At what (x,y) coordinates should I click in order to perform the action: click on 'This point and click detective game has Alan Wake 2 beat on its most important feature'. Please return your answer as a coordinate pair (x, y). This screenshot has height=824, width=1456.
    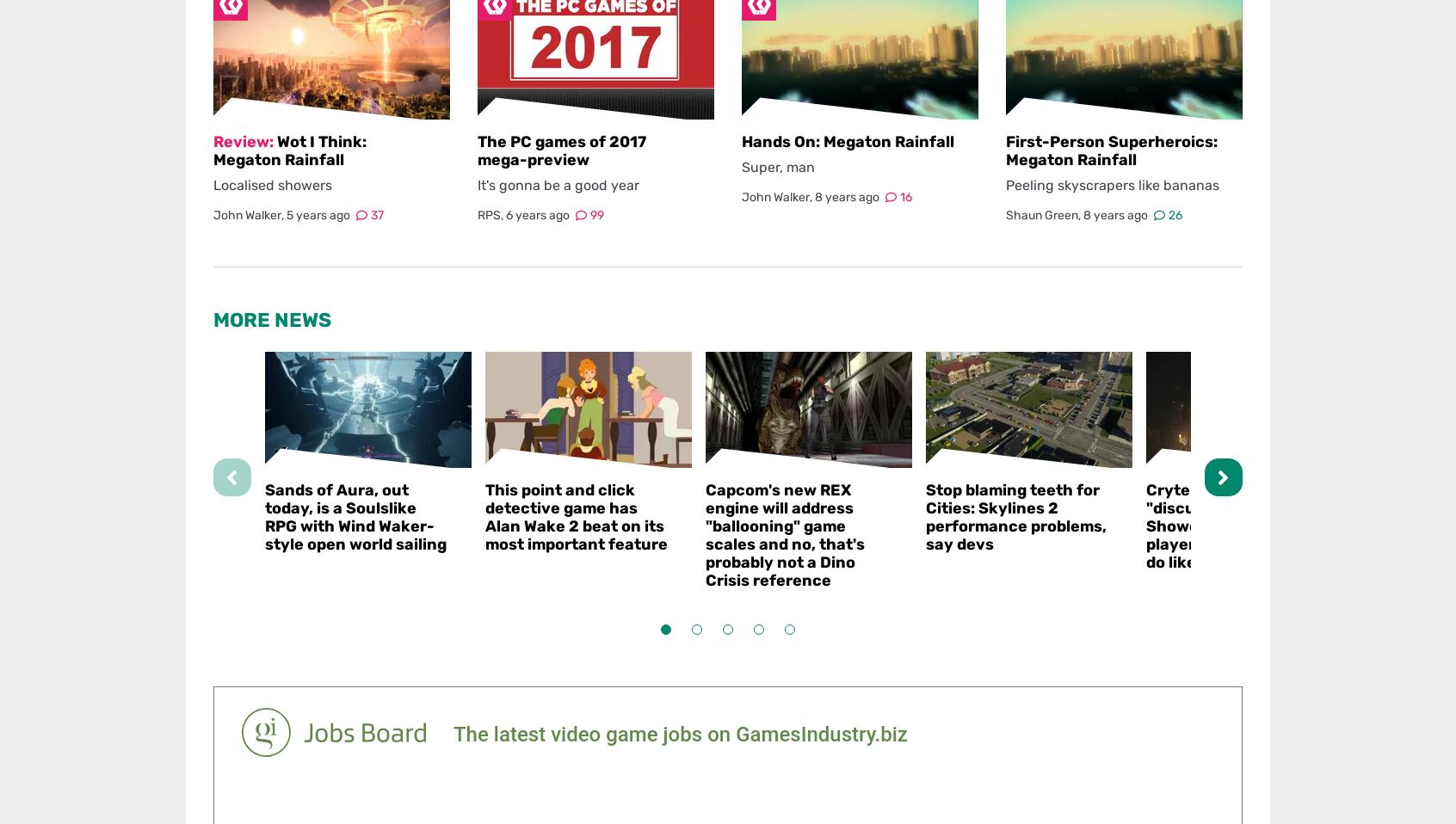
    Looking at the image, I should click on (577, 516).